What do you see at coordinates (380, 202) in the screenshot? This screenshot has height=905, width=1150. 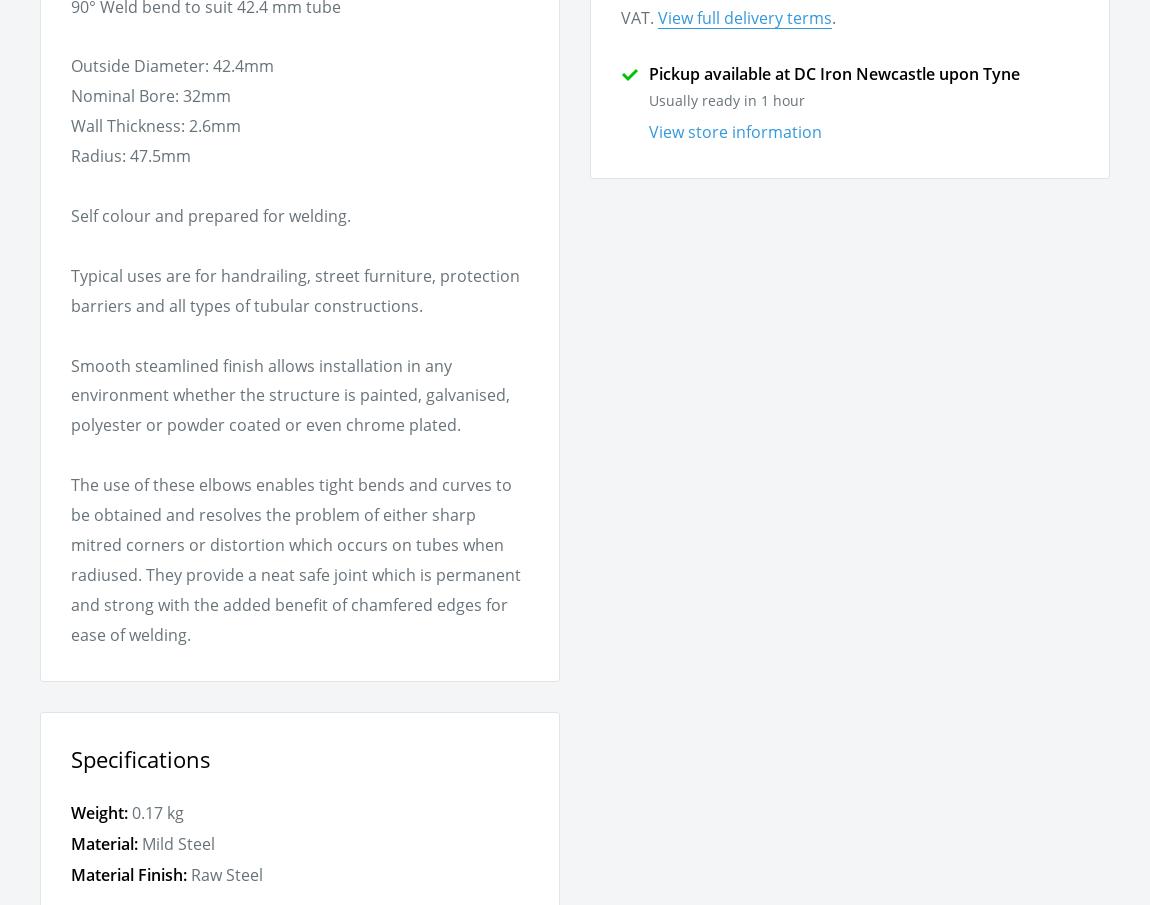 I see `'01914881112'` at bounding box center [380, 202].